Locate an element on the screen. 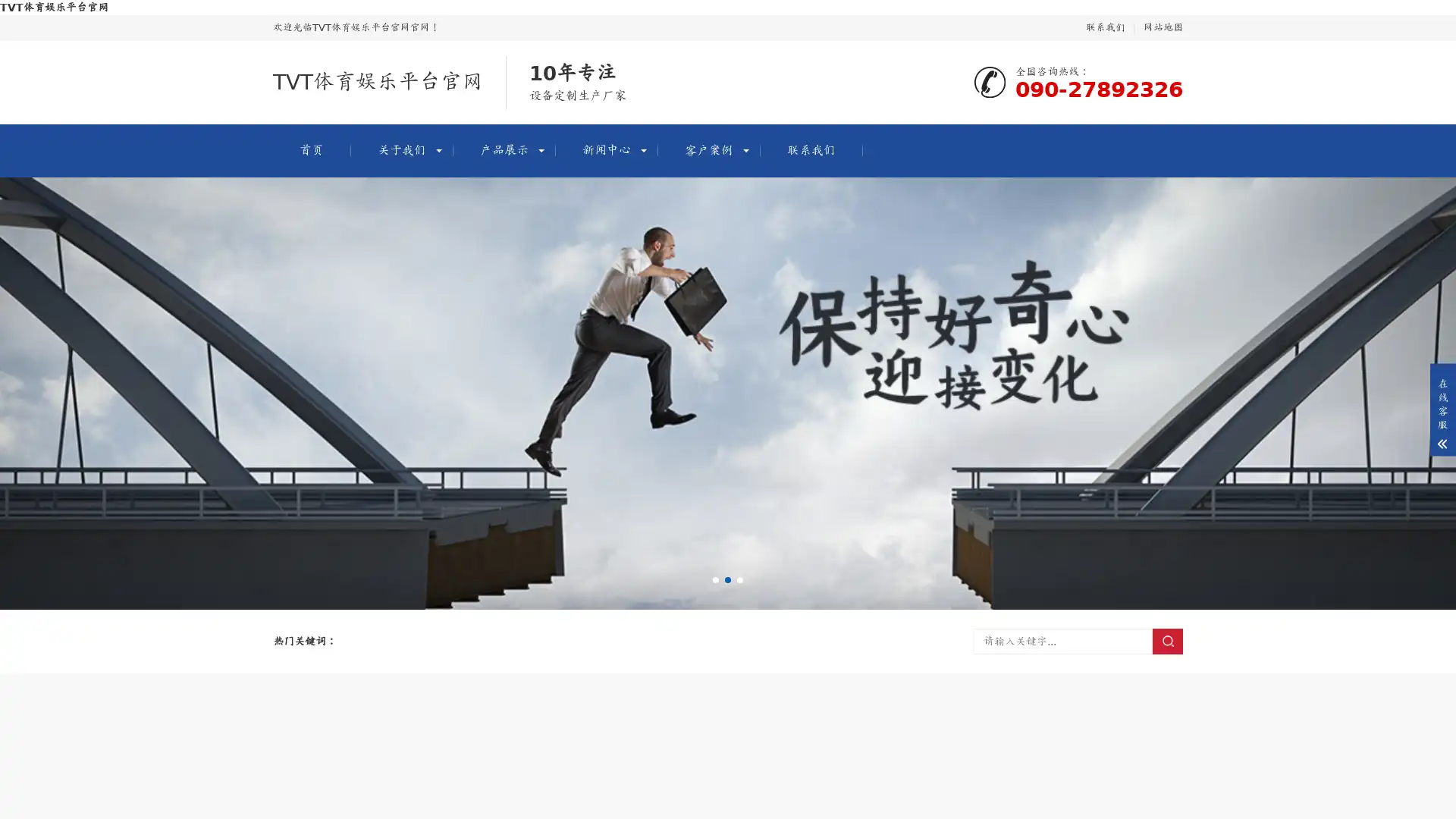 This screenshot has width=1456, height=819. Go to slide 2 is located at coordinates (728, 579).